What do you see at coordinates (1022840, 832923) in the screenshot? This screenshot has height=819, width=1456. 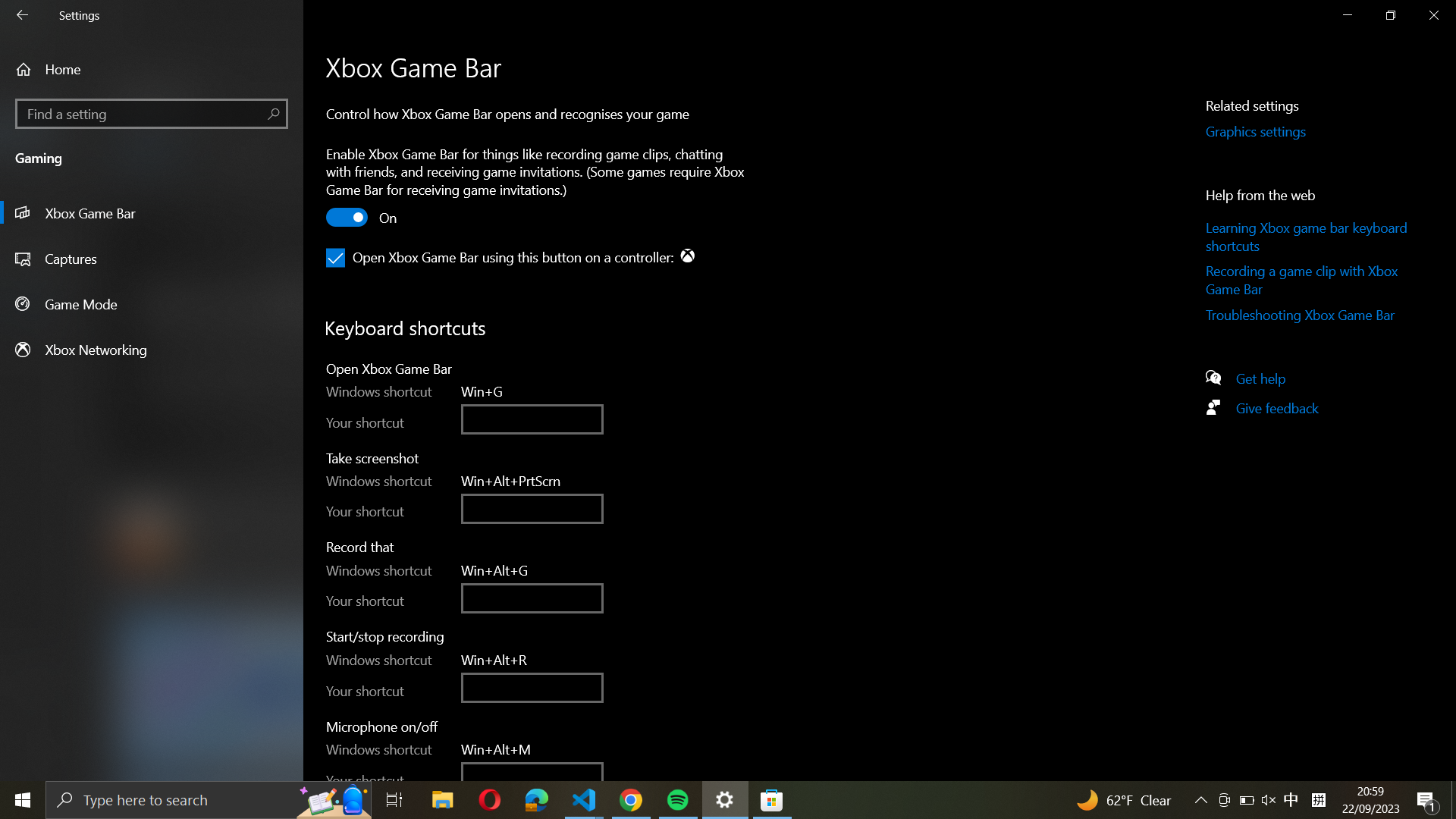 I see `Add the shortcut "Win+M" for turning on/off the microphone` at bounding box center [1022840, 832923].